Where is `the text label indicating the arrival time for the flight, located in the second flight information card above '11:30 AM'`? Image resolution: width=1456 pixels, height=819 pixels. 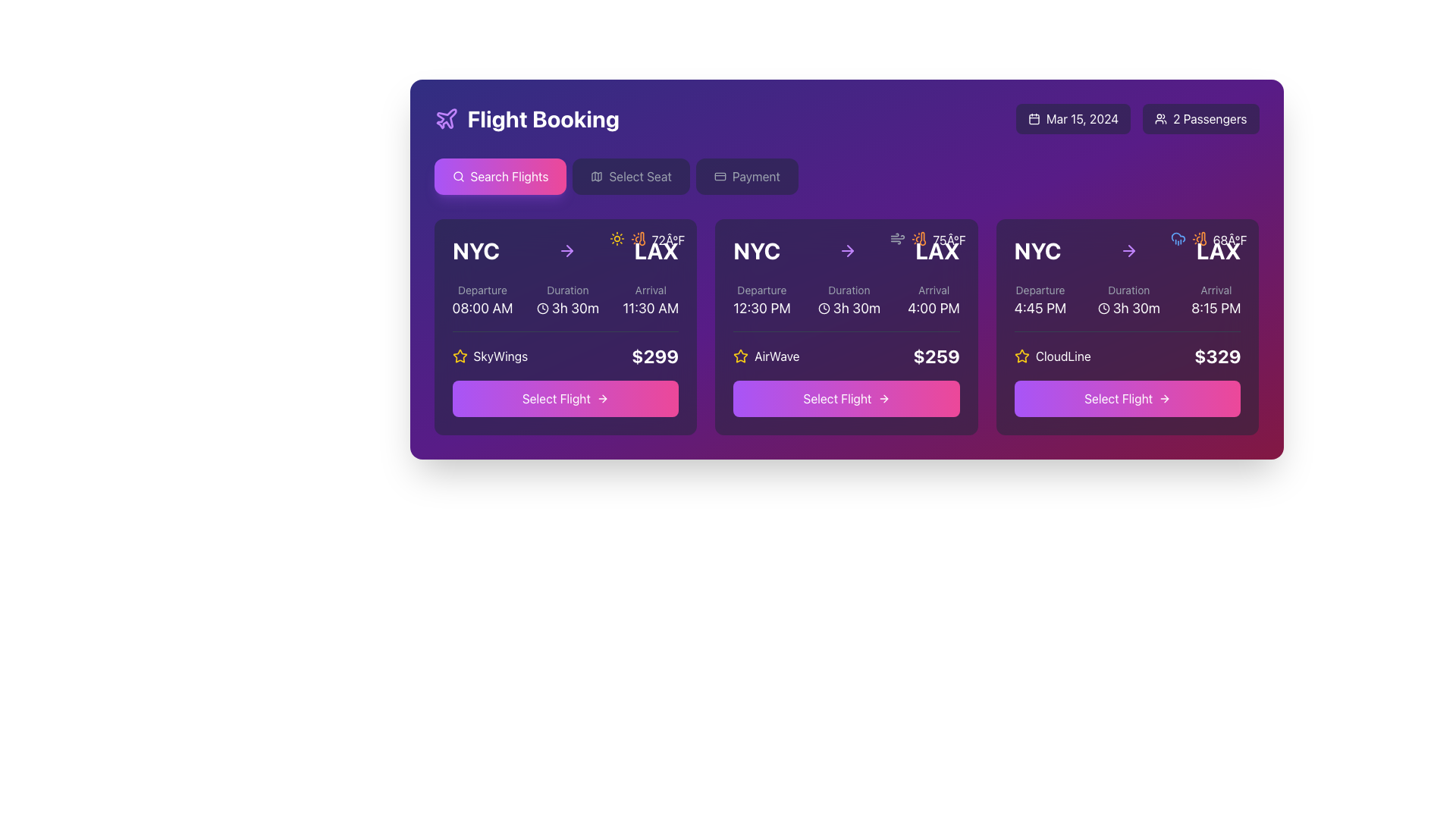 the text label indicating the arrival time for the flight, located in the second flight information card above '11:30 AM' is located at coordinates (651, 290).